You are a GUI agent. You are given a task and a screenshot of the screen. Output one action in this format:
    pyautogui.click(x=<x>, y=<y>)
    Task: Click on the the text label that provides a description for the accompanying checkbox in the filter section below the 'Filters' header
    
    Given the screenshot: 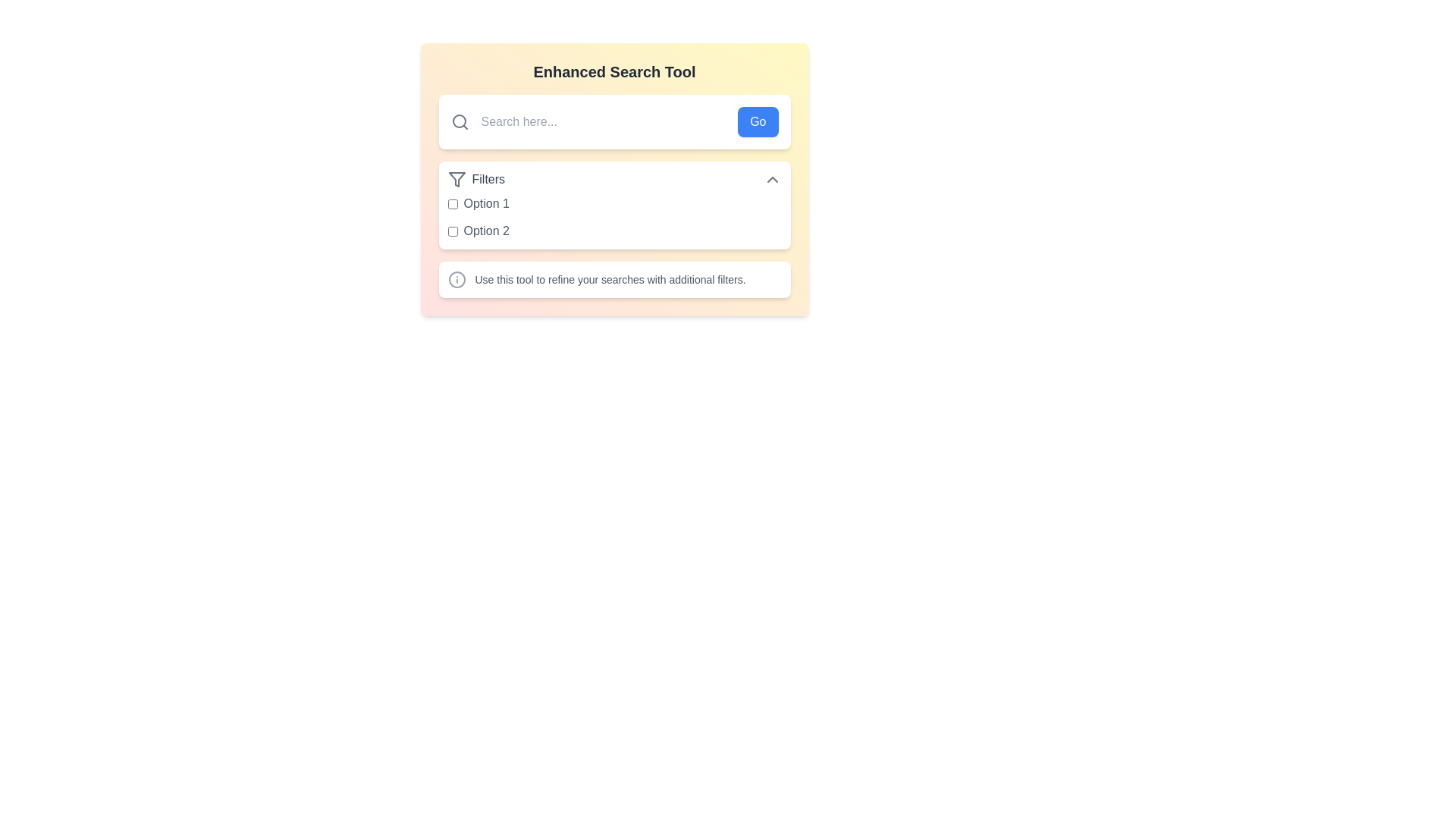 What is the action you would take?
    pyautogui.click(x=486, y=231)
    